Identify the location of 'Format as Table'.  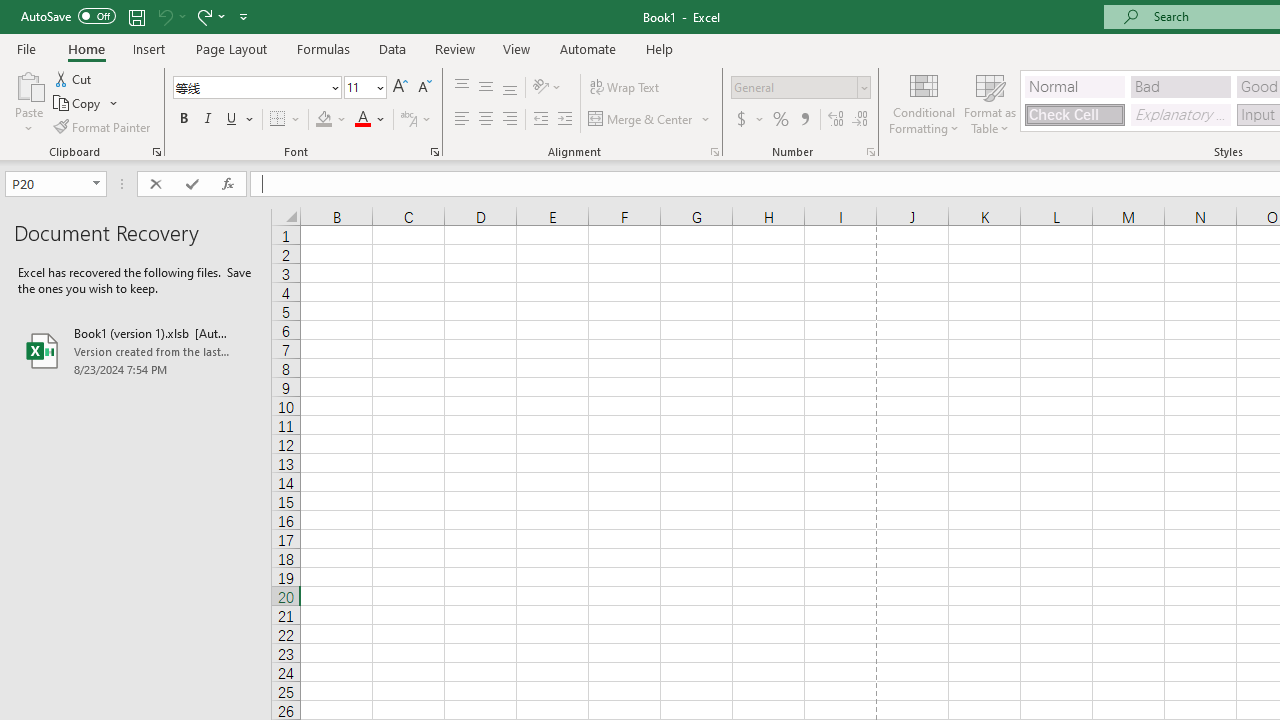
(990, 103).